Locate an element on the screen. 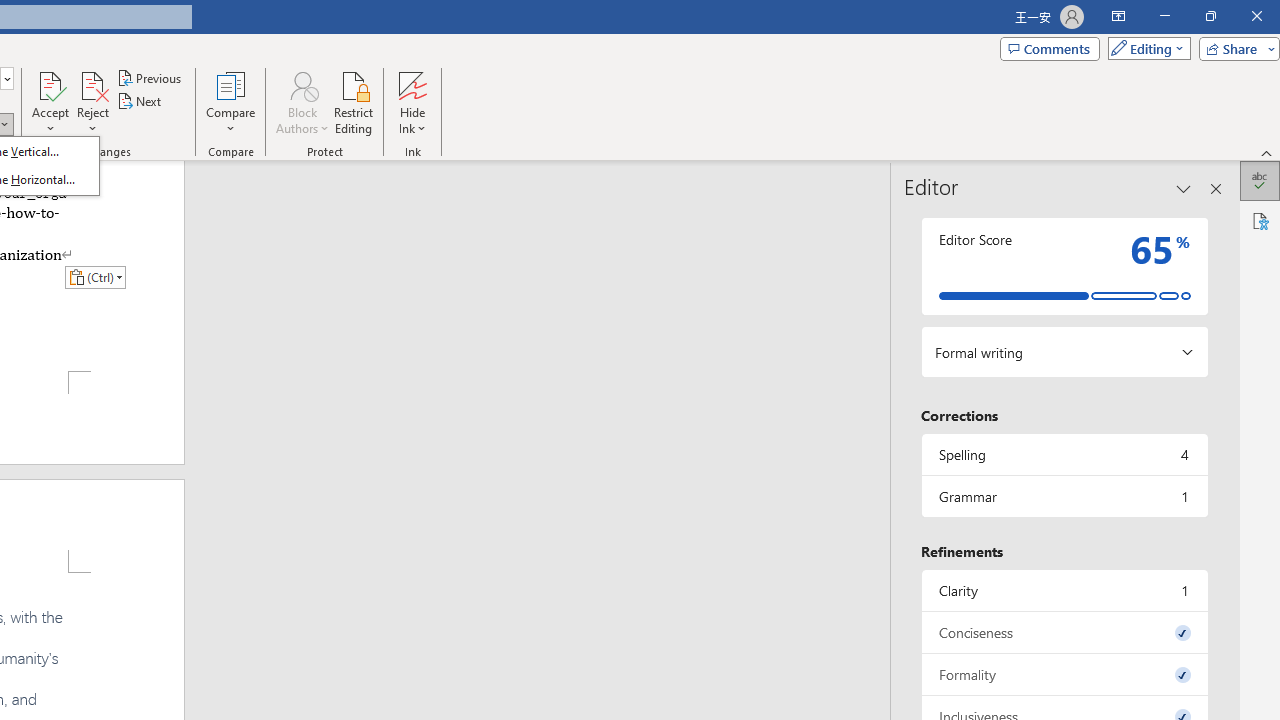  'Reject and Move to Next' is located at coordinates (91, 84).